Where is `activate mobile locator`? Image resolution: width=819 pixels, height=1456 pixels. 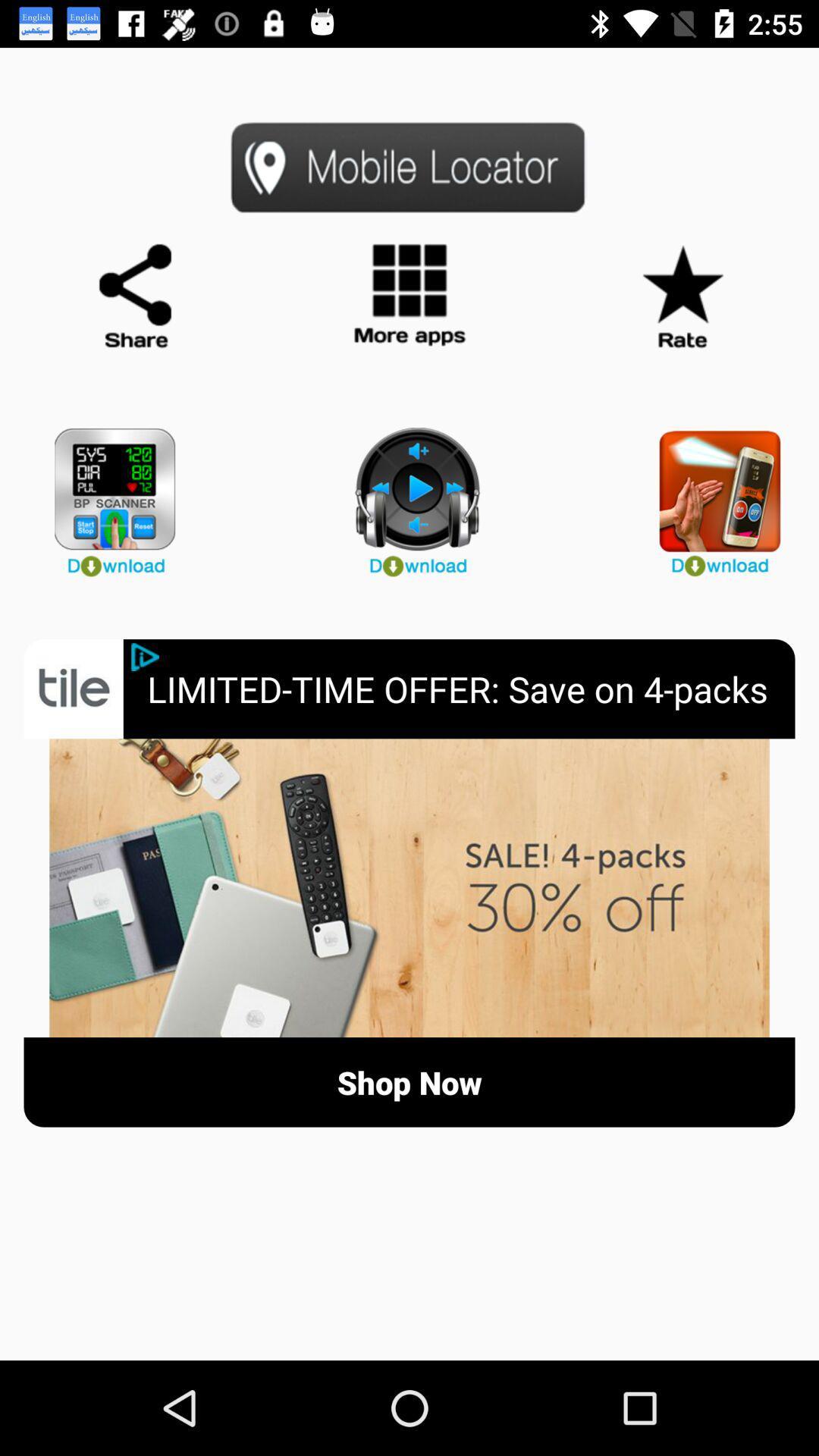
activate mobile locator is located at coordinates (409, 167).